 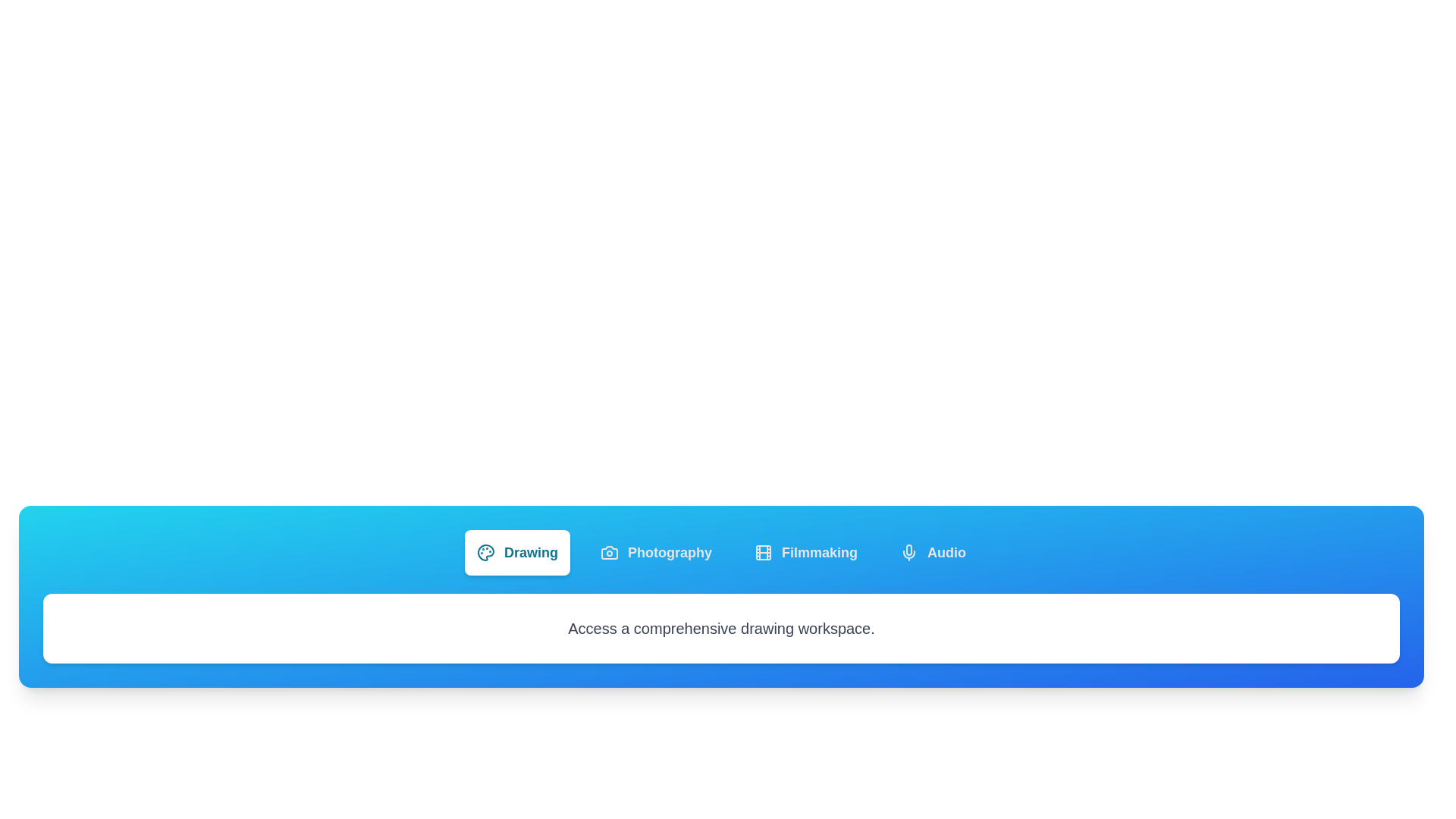 What do you see at coordinates (516, 553) in the screenshot?
I see `the tab labeled Drawing to display its content` at bounding box center [516, 553].